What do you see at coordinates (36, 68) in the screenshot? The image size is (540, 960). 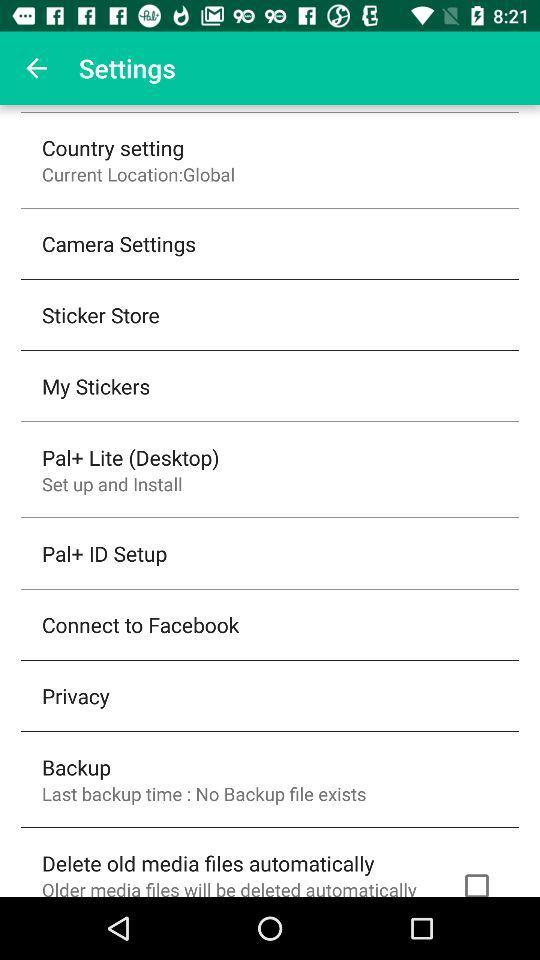 I see `icon to the left of settings item` at bounding box center [36, 68].